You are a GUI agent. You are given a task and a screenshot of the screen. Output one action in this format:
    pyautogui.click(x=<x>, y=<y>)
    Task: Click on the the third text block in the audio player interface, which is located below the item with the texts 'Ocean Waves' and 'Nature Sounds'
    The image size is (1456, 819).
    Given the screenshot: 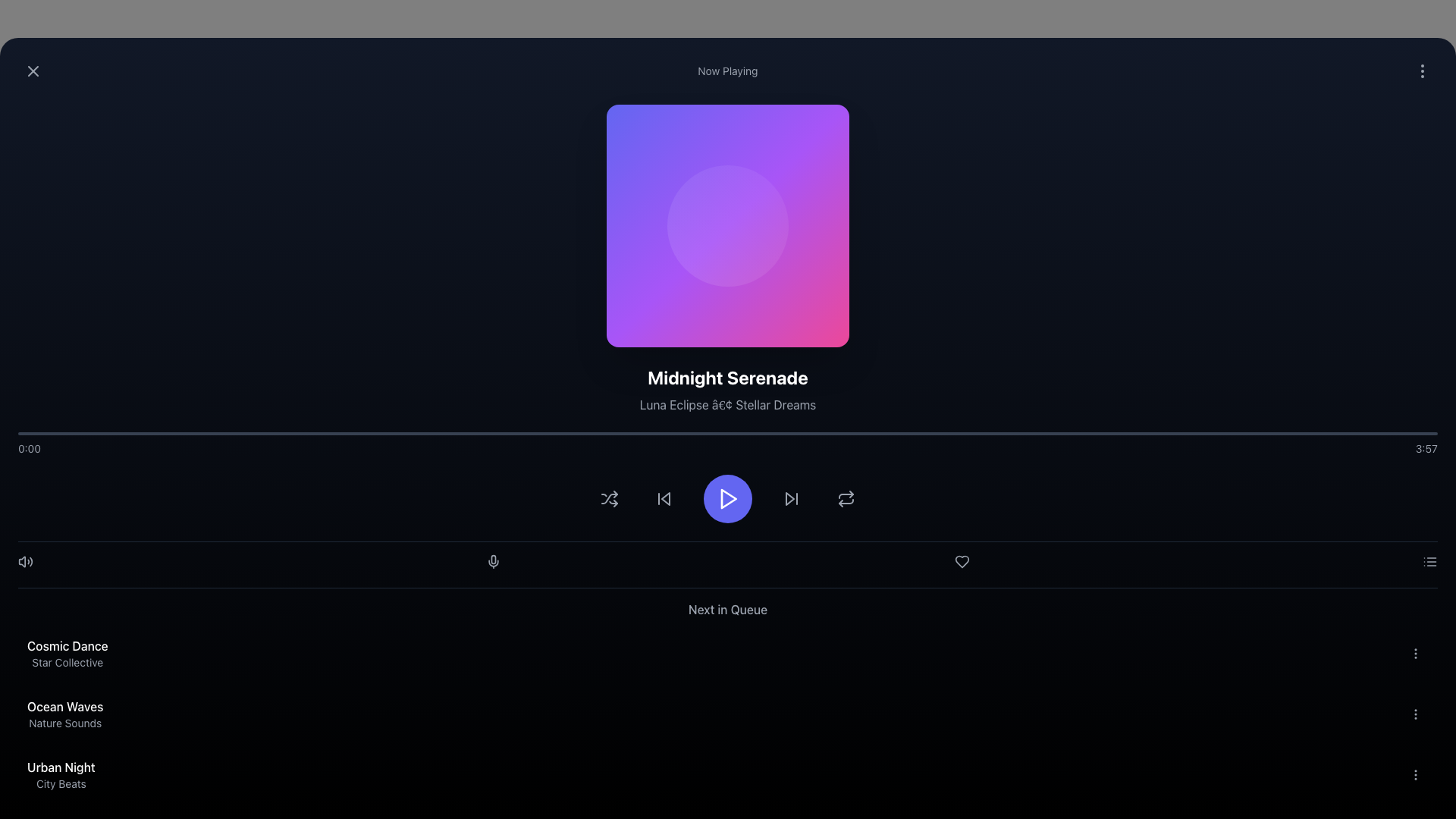 What is the action you would take?
    pyautogui.click(x=61, y=775)
    